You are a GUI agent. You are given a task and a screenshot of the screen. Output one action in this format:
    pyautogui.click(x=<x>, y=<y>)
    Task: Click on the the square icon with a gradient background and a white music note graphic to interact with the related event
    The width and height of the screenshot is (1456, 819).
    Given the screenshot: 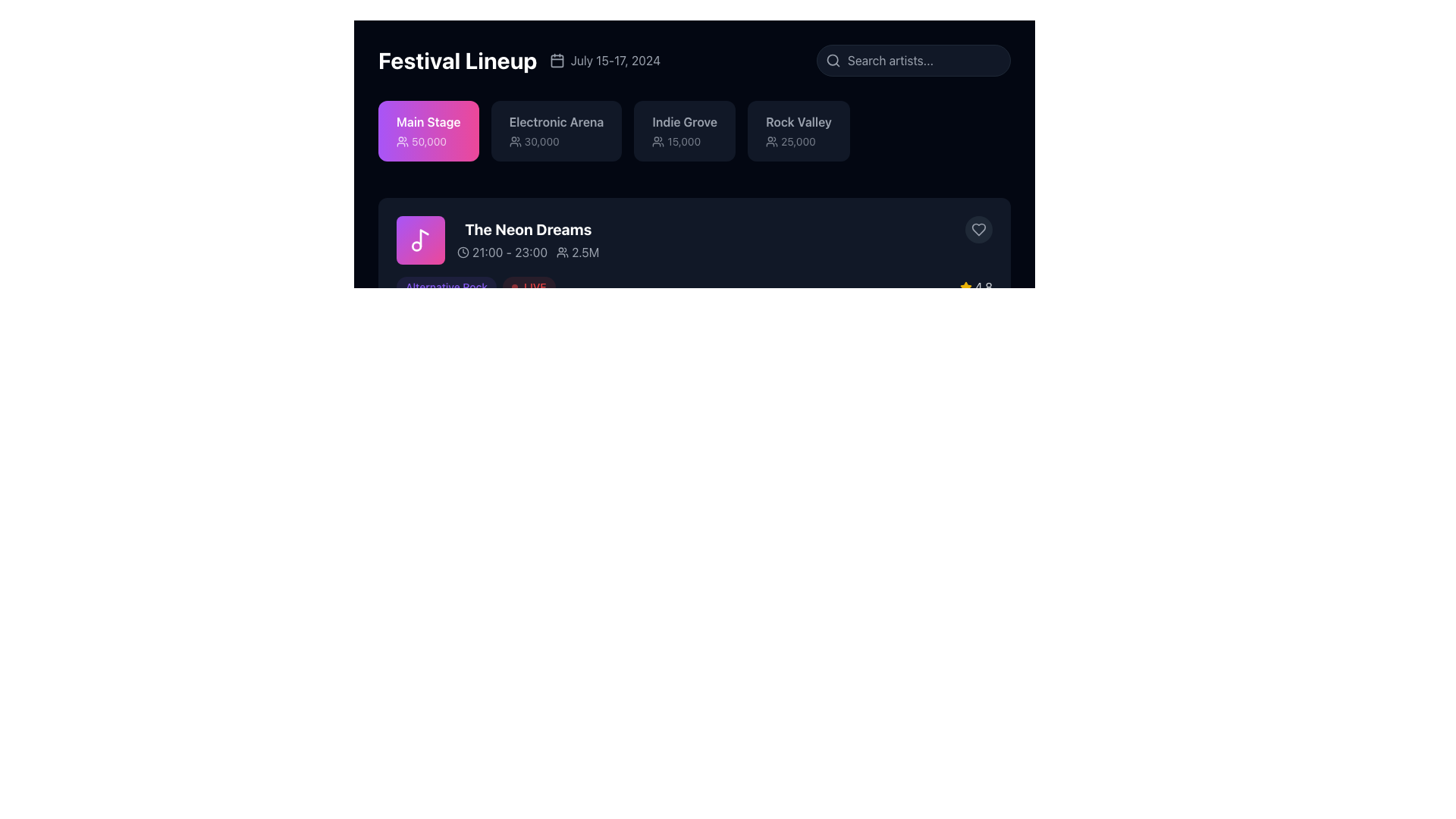 What is the action you would take?
    pyautogui.click(x=421, y=239)
    